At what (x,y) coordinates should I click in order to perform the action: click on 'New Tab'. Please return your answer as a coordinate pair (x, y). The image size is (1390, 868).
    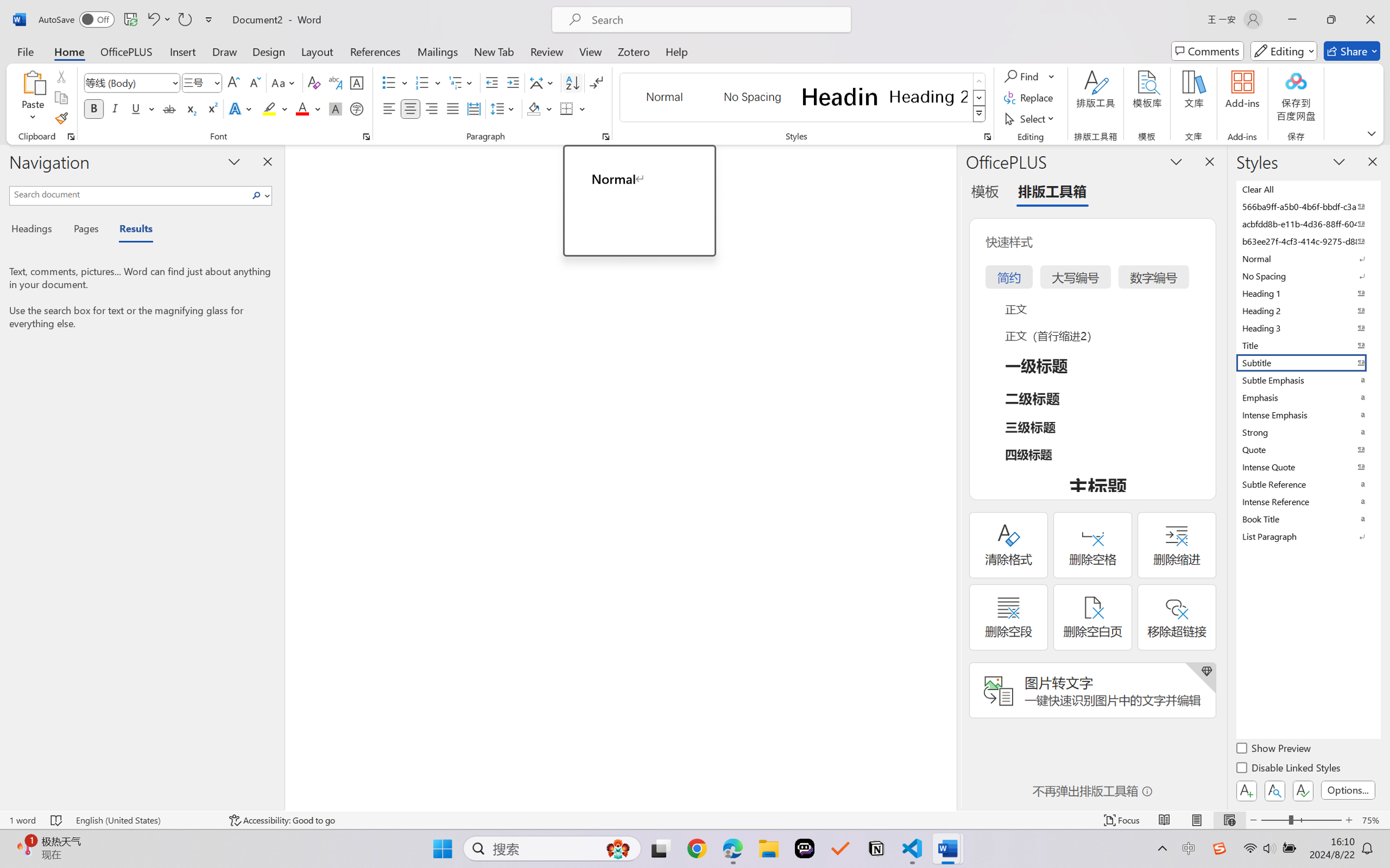
    Looking at the image, I should click on (493, 51).